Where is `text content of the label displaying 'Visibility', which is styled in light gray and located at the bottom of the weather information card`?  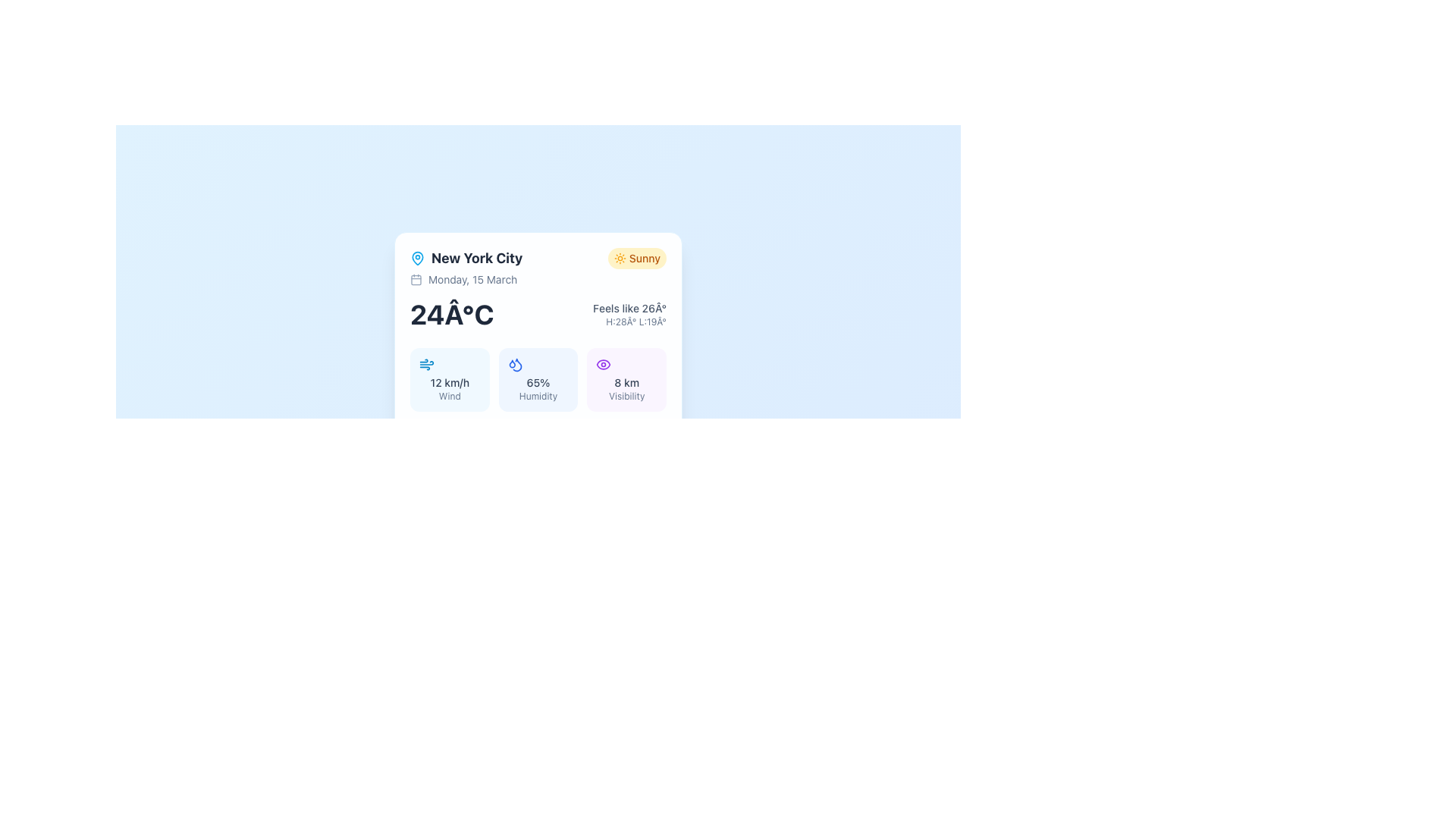
text content of the label displaying 'Visibility', which is styled in light gray and located at the bottom of the weather information card is located at coordinates (626, 396).